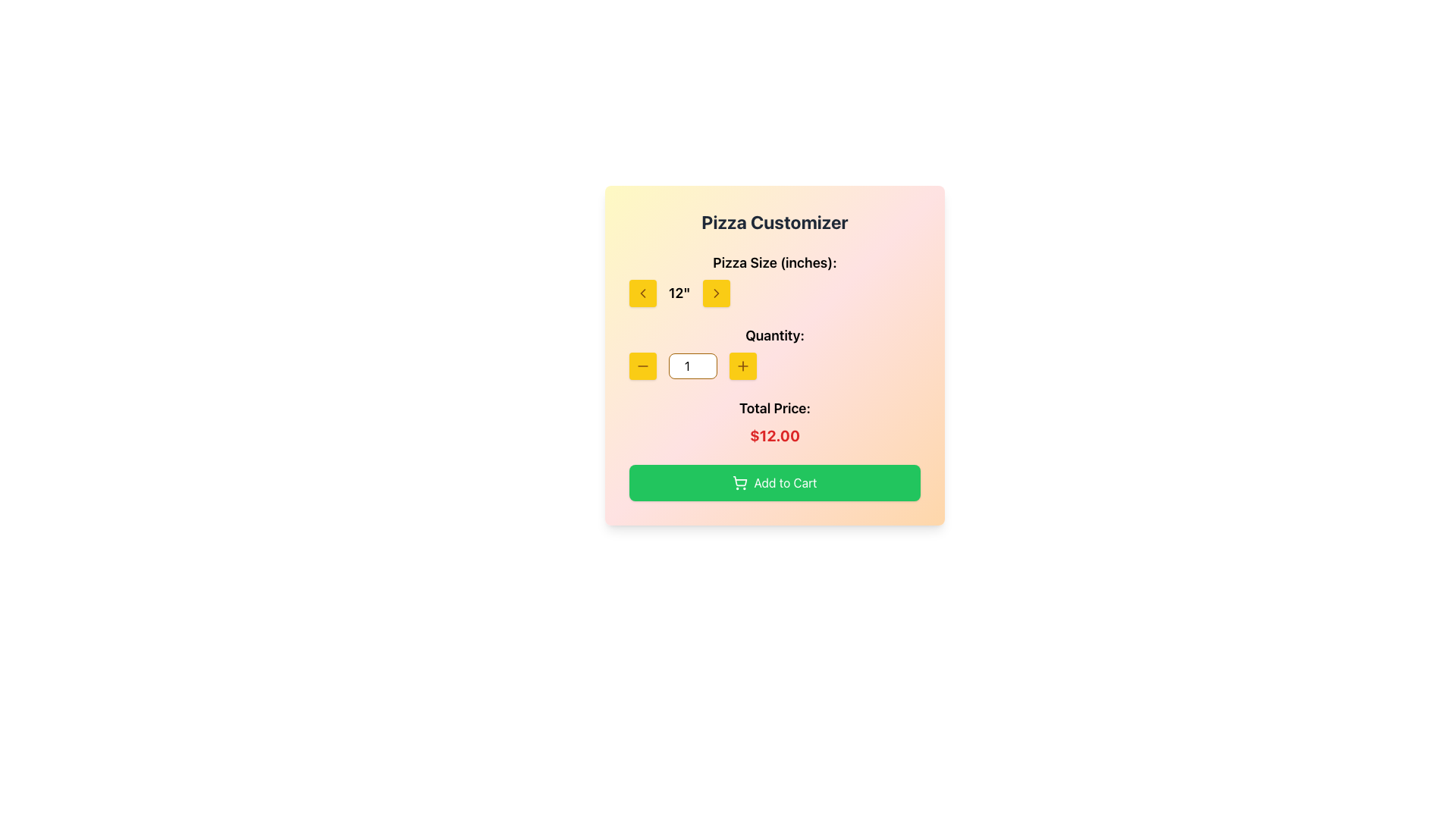 Image resolution: width=1456 pixels, height=819 pixels. What do you see at coordinates (775, 262) in the screenshot?
I see `the Text Label that indicates the pizza size selection section, located below the title 'Pizza Customizer'` at bounding box center [775, 262].